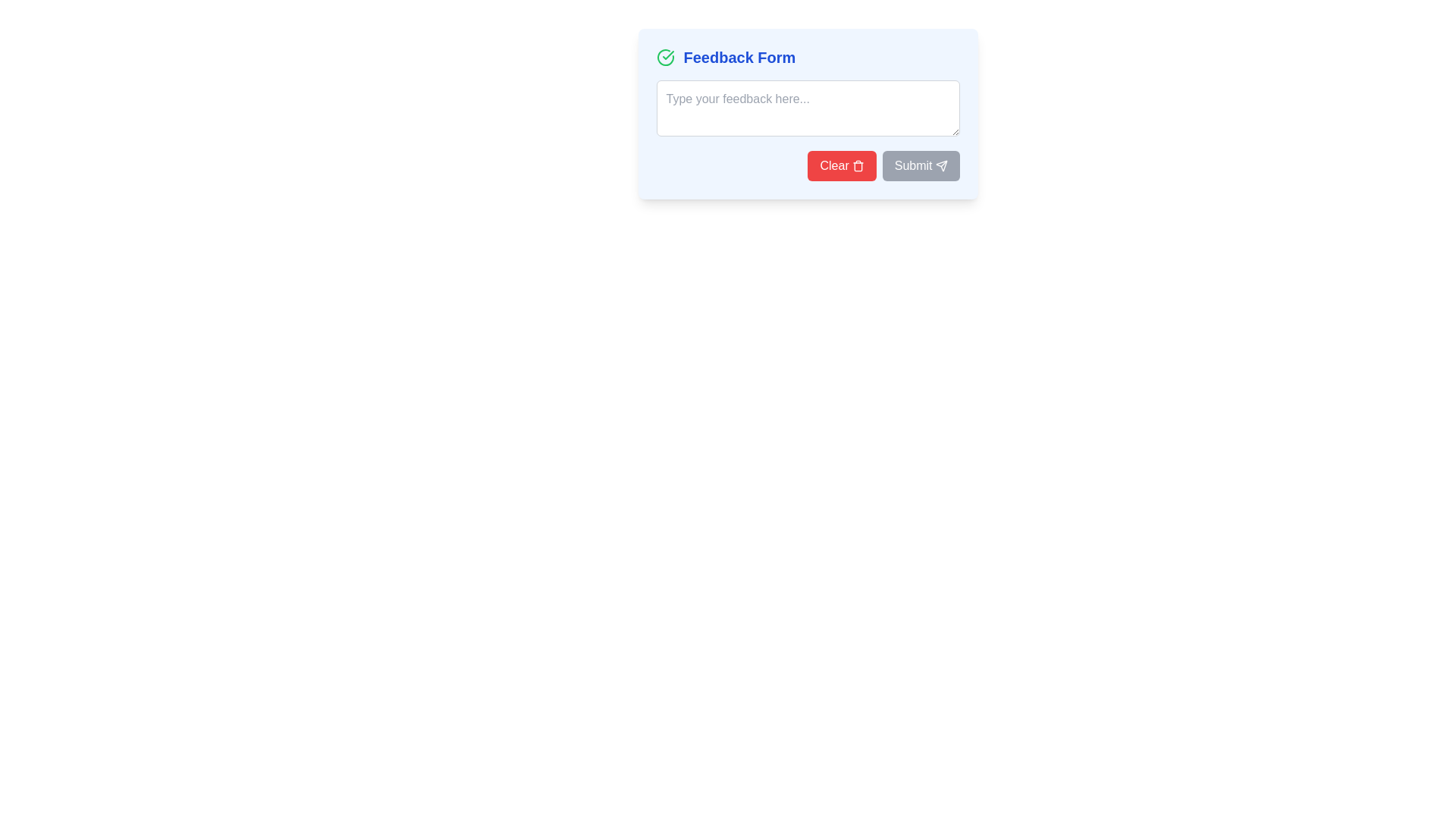 The width and height of the screenshot is (1456, 819). I want to click on the feedback submission icon located within the 'Submit' button at the bottom-right of the 'Feedback Form' panel, so click(940, 166).